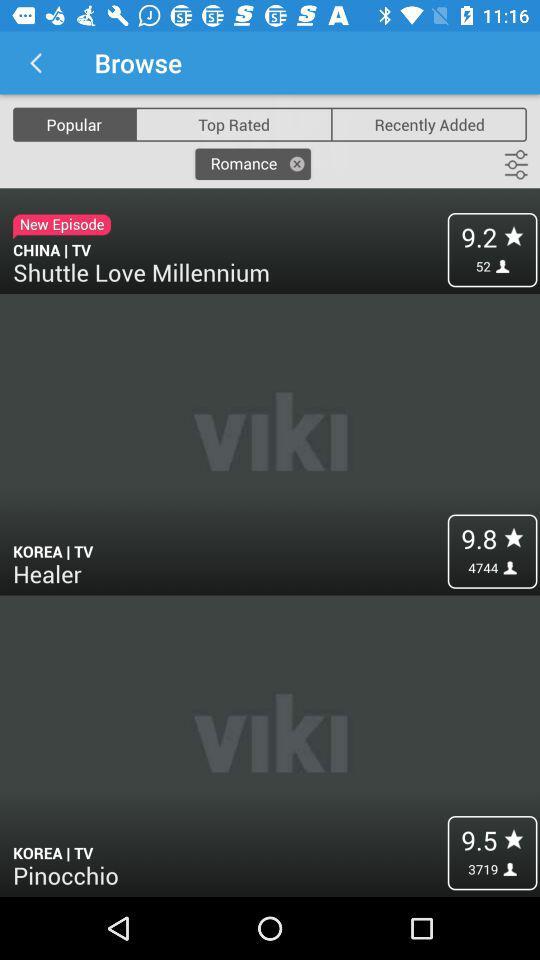 Image resolution: width=540 pixels, height=960 pixels. Describe the element at coordinates (428, 123) in the screenshot. I see `recently added` at that location.